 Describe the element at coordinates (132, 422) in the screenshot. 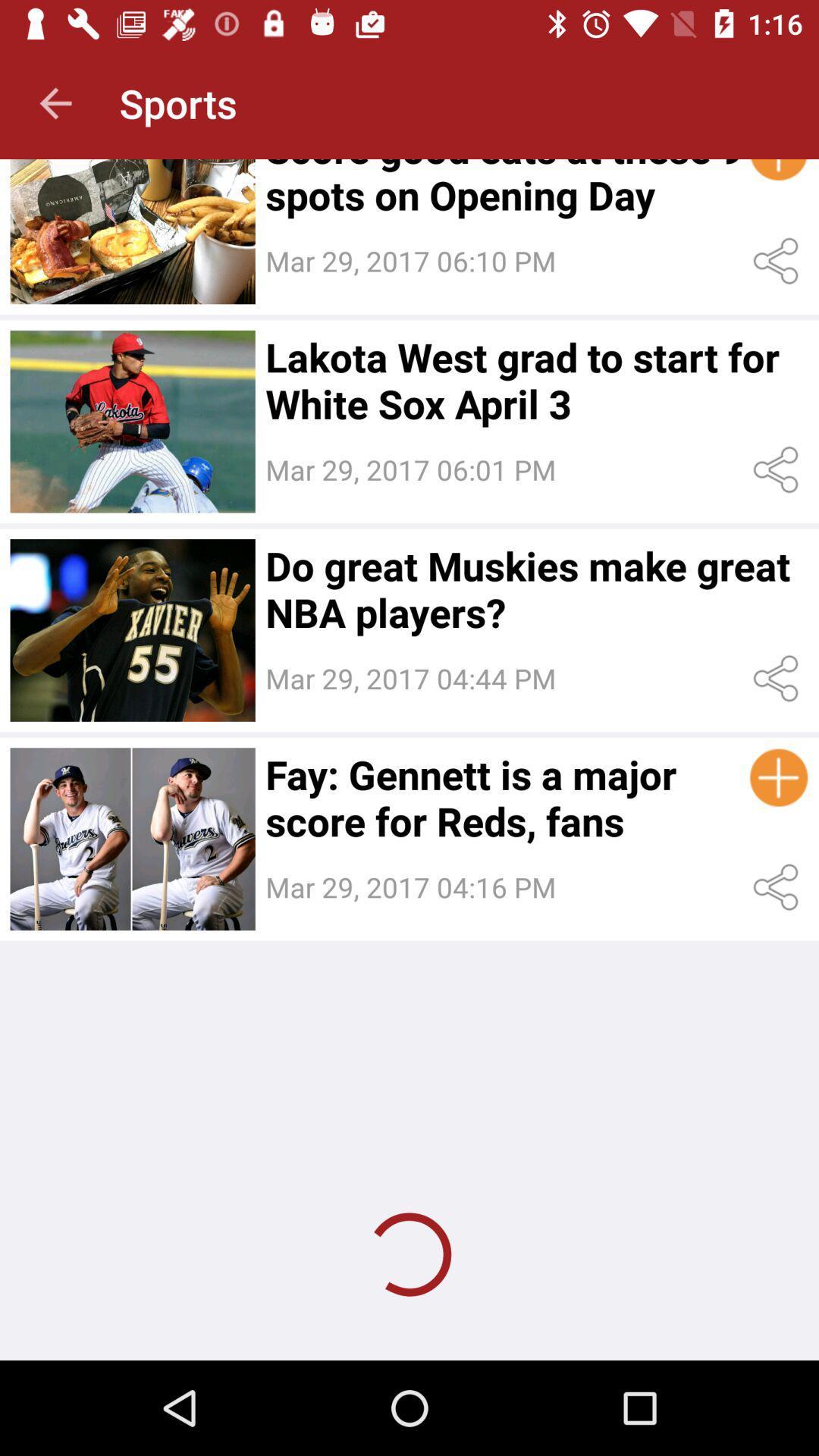

I see `selected article` at that location.